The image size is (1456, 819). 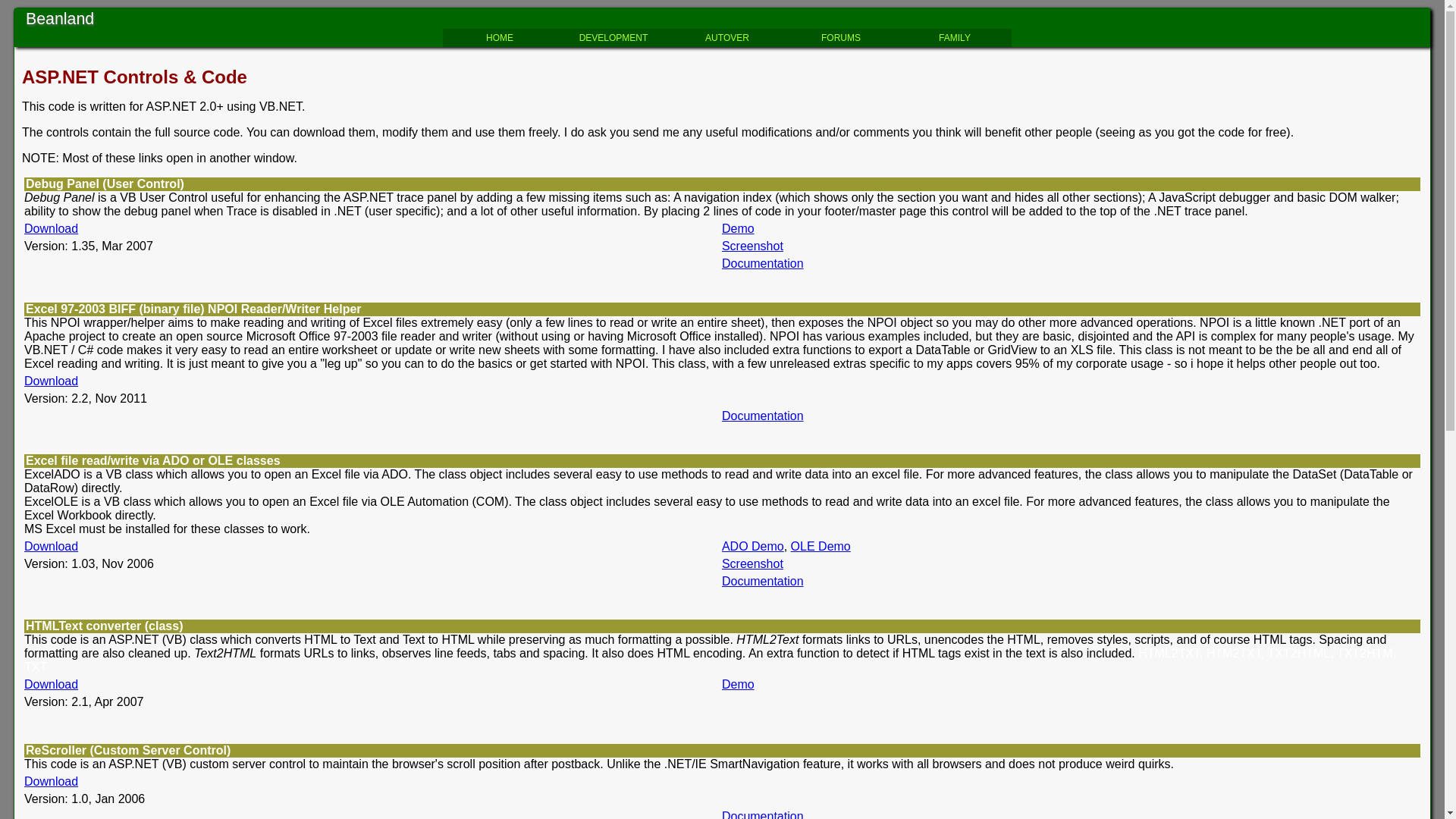 What do you see at coordinates (613, 37) in the screenshot?
I see `'DEVELOPMENT'` at bounding box center [613, 37].